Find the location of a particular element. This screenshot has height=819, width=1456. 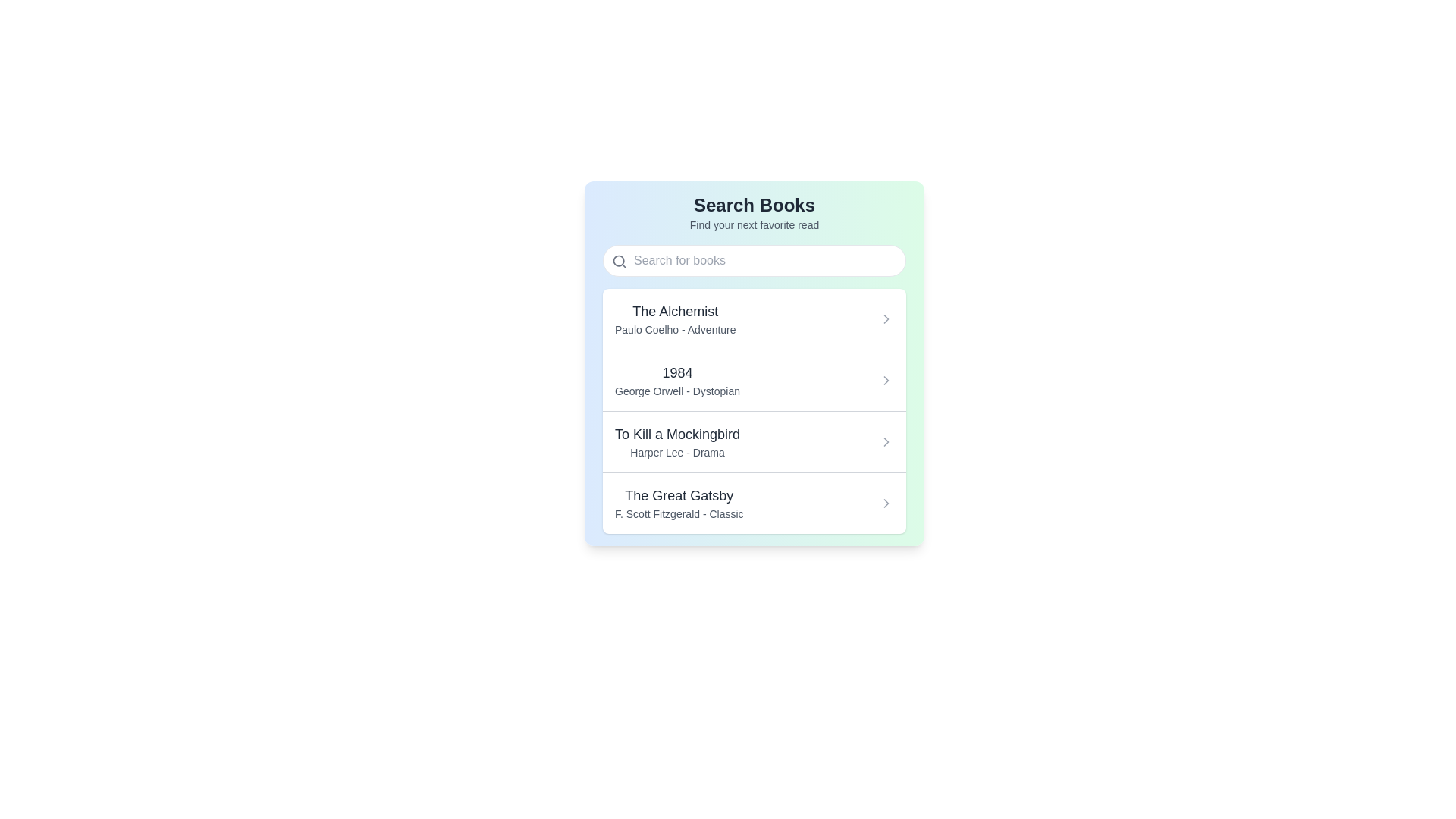

the static text label displaying 'Harper Lee - Drama', which is positioned directly below the title 'To Kill a Mockingbird' and is styled in gray color is located at coordinates (676, 452).